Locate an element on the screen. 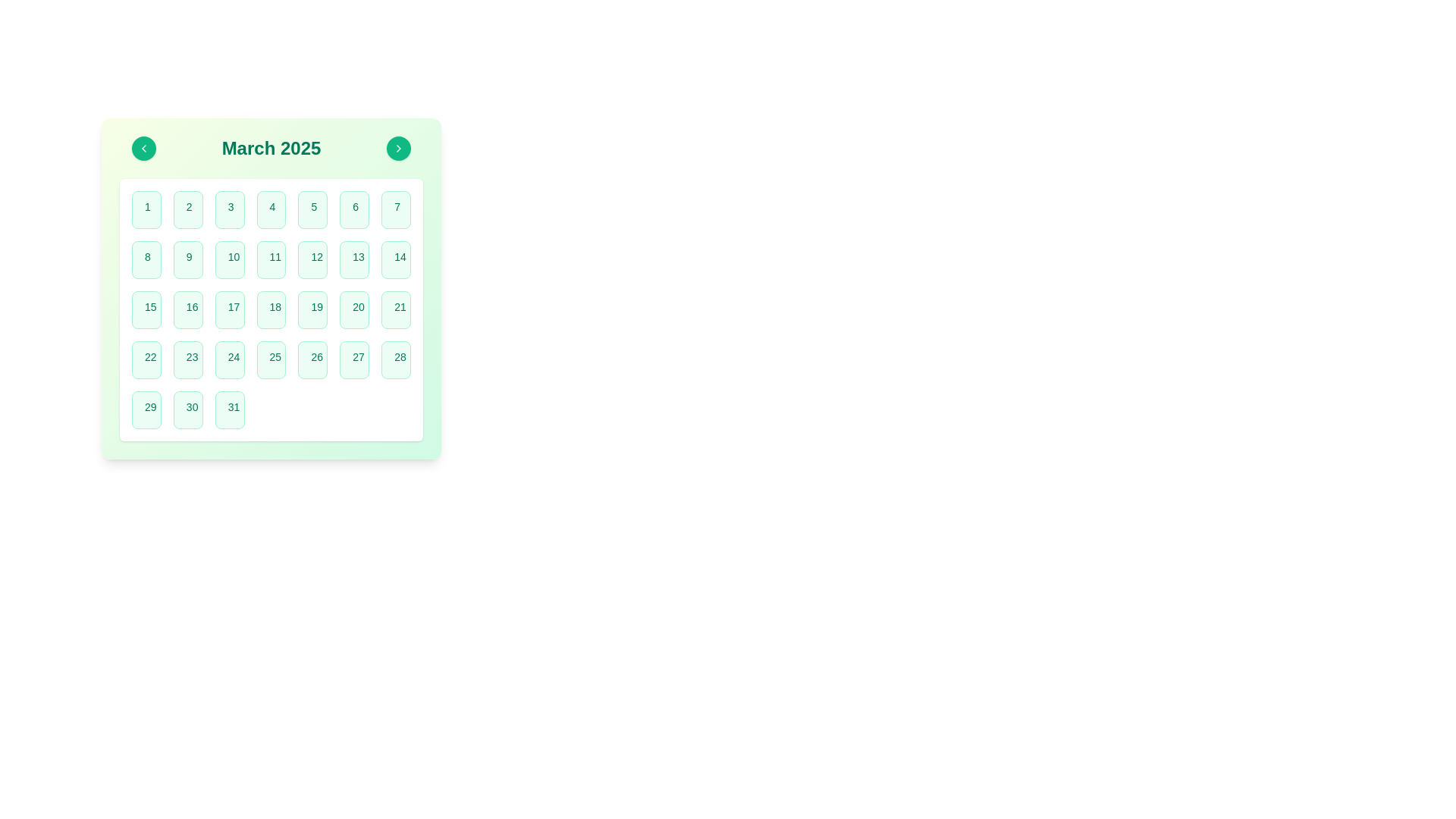 The height and width of the screenshot is (819, 1456). the 19th day tile in the March 2025 calendar is located at coordinates (312, 309).